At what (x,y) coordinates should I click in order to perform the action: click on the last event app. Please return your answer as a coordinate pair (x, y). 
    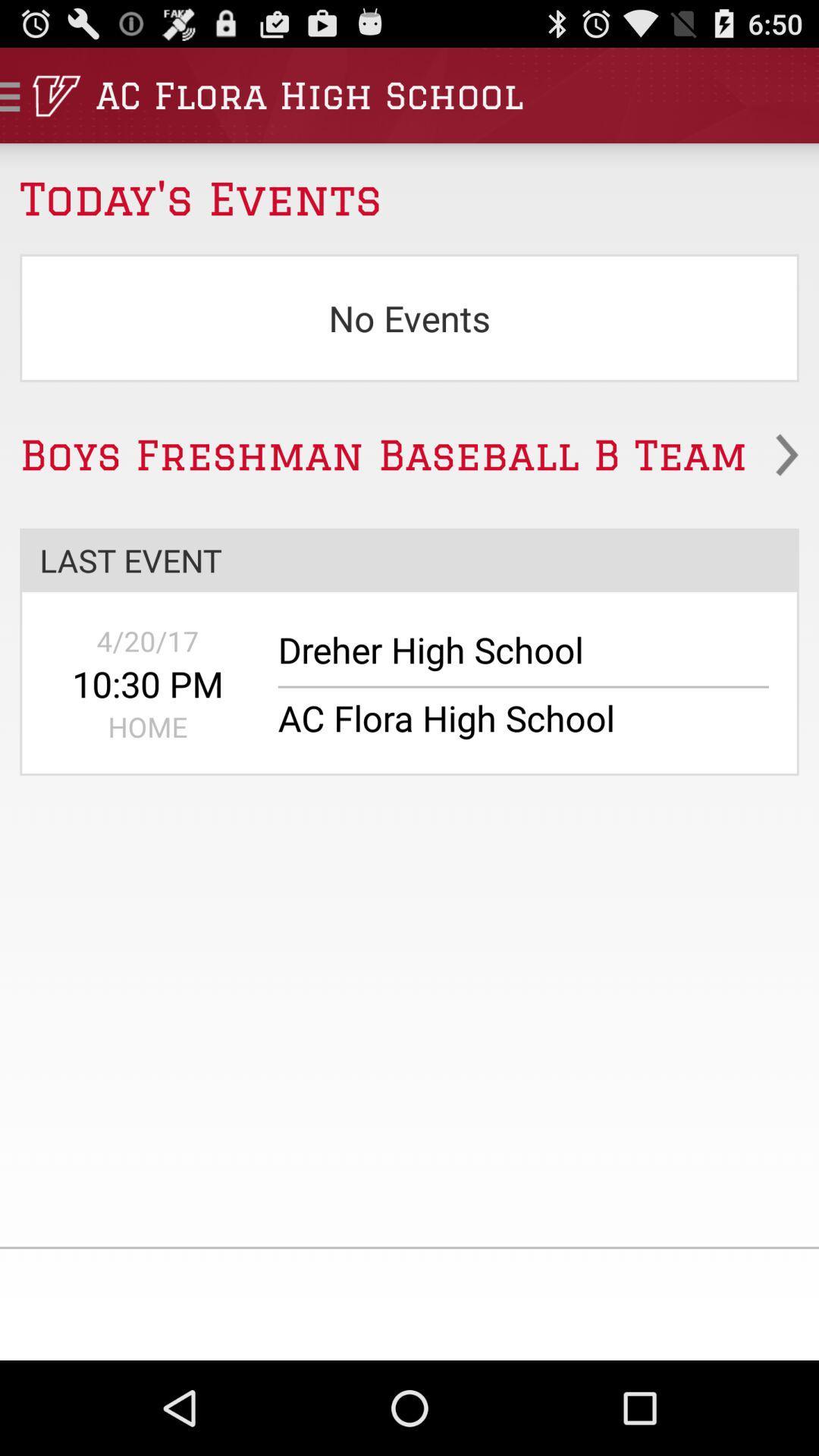
    Looking at the image, I should click on (409, 559).